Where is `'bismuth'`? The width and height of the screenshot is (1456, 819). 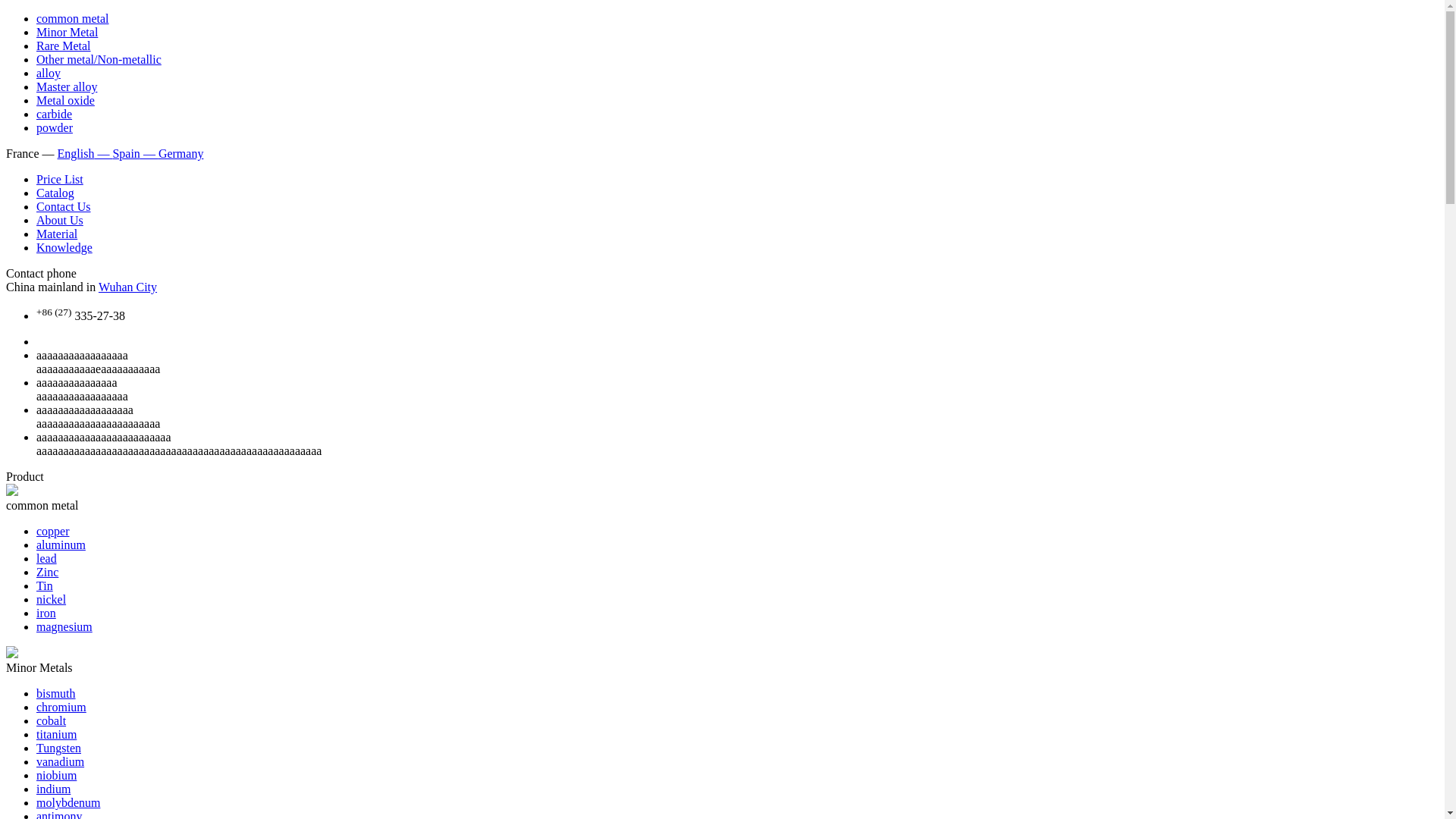 'bismuth' is located at coordinates (55, 693).